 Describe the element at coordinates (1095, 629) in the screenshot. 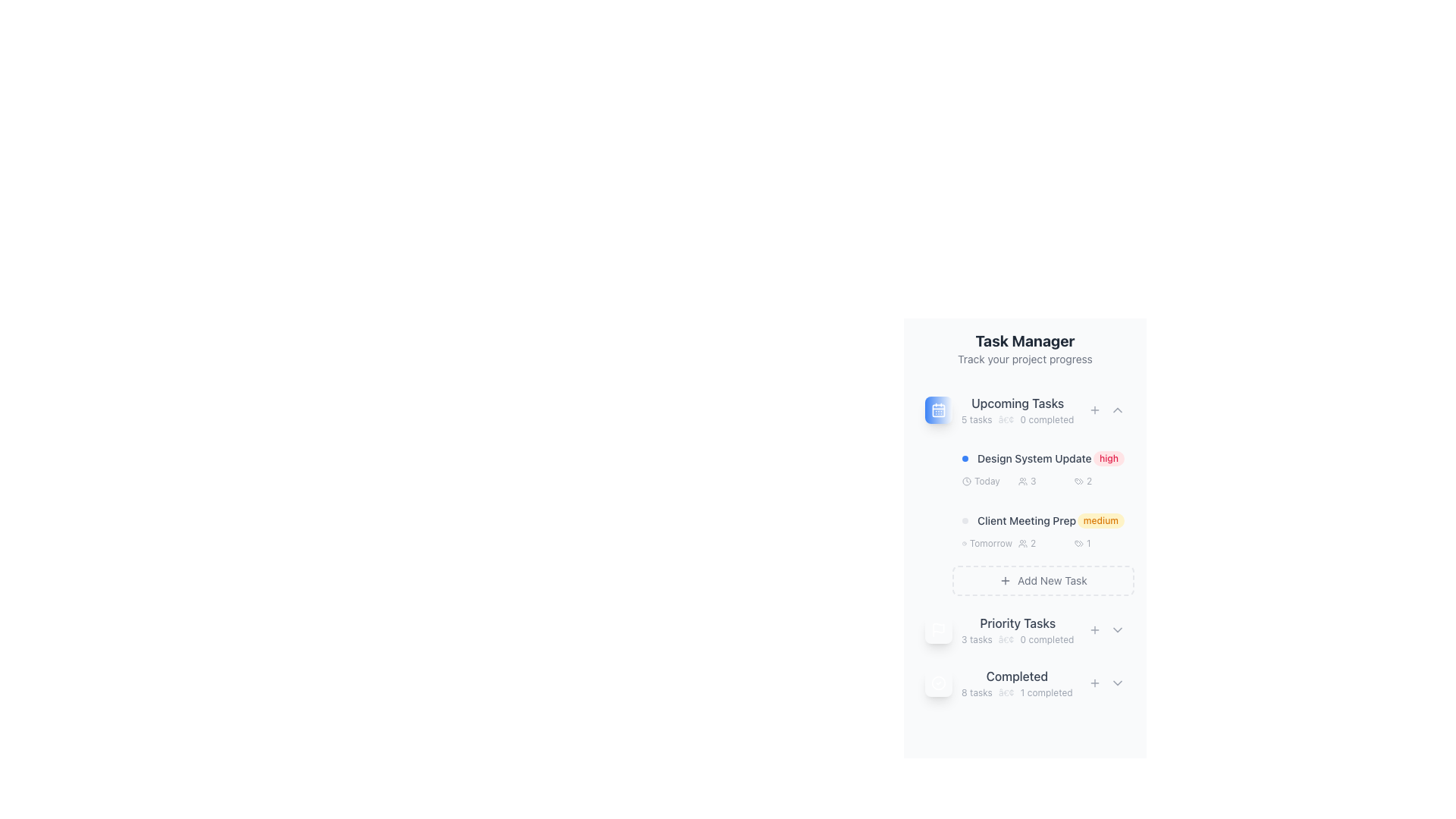

I see `the button located in the 'Priority Tasks' section of the task manager interface` at that location.